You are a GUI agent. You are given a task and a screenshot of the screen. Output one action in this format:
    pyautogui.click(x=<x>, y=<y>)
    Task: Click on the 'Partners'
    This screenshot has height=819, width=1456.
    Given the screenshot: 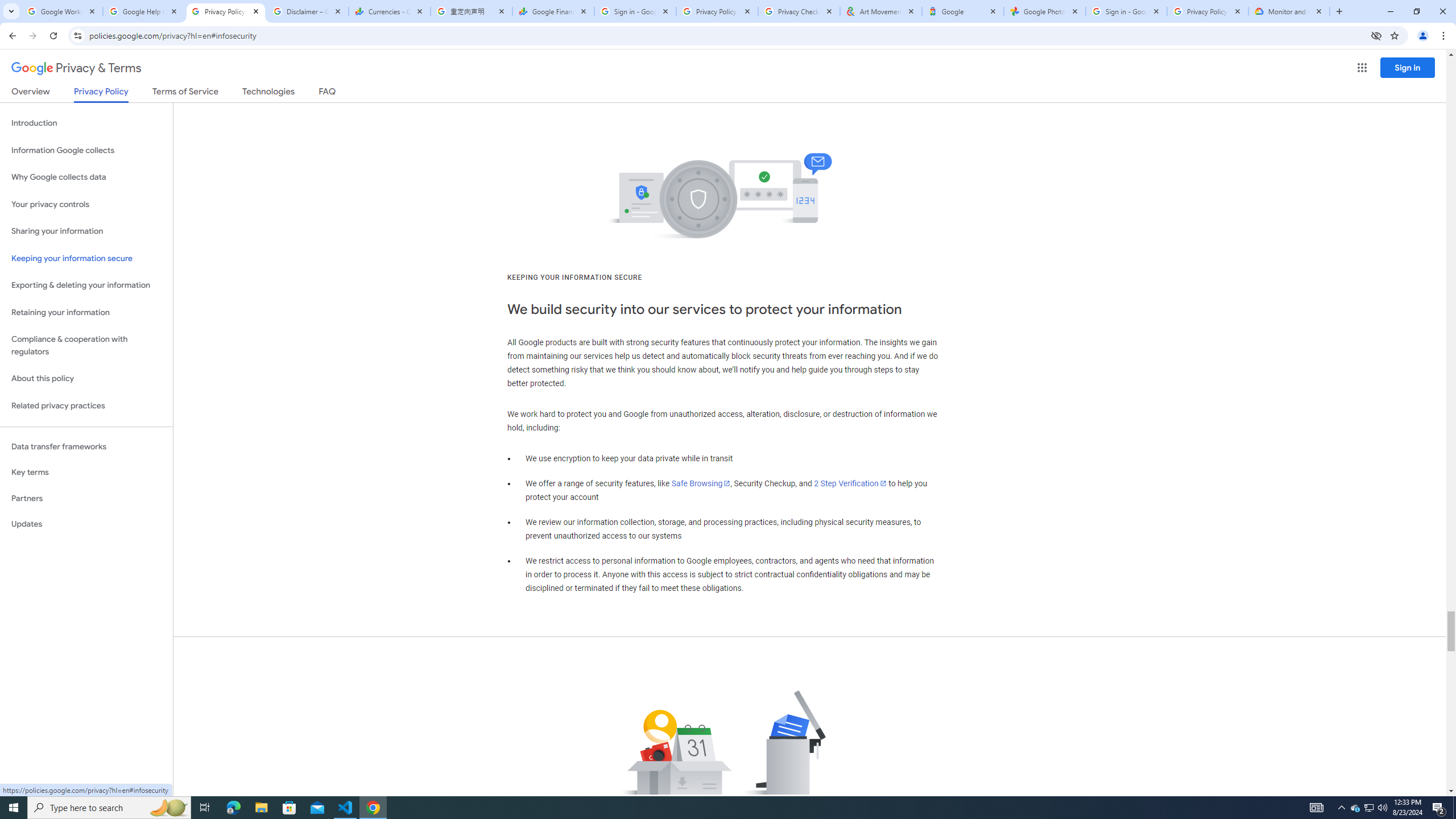 What is the action you would take?
    pyautogui.click(x=86, y=498)
    